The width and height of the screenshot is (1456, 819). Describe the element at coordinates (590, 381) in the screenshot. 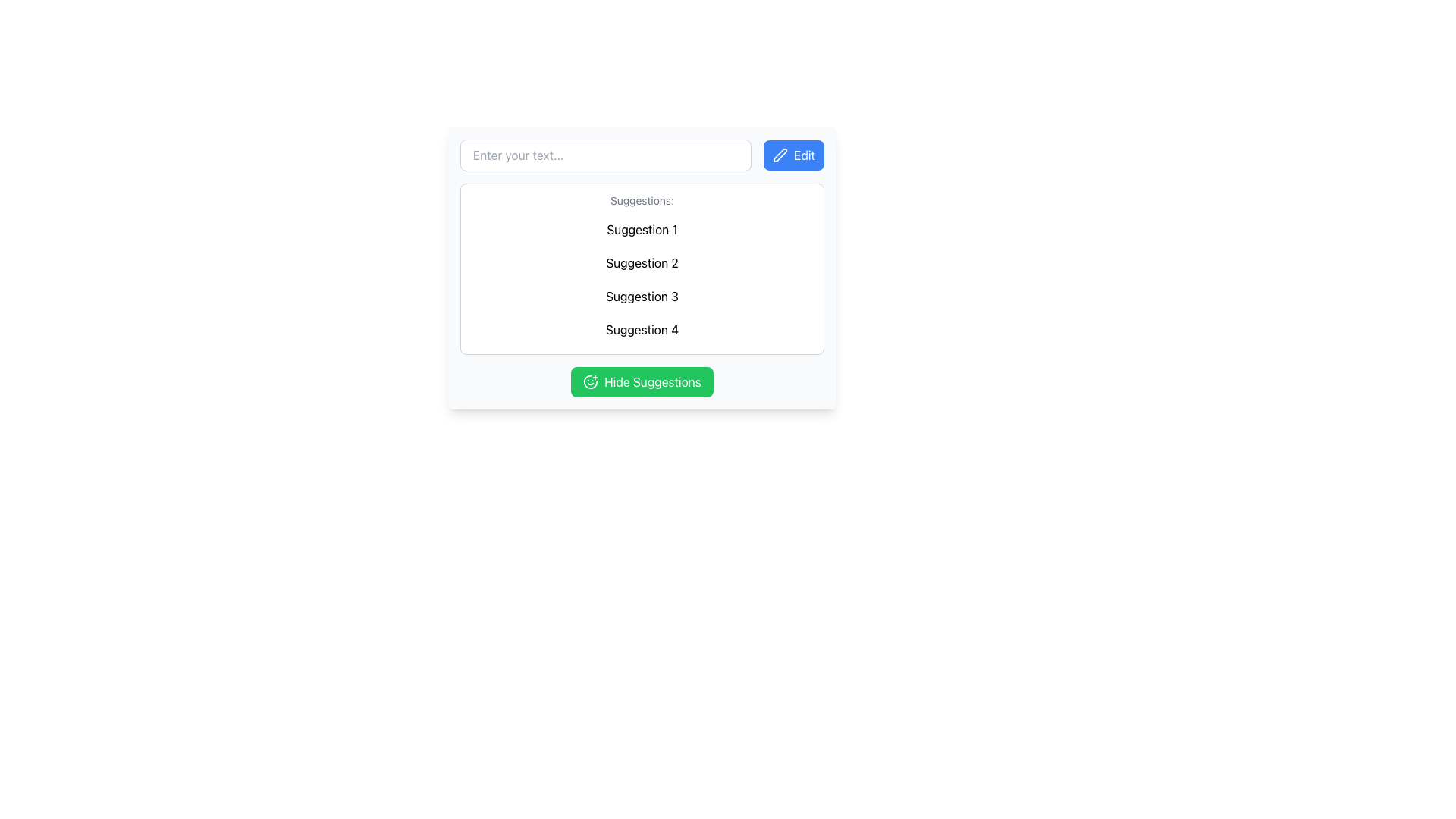

I see `the icon inside the green button labeled 'Hide Suggestions' that represents an action related to adding or smiling` at that location.